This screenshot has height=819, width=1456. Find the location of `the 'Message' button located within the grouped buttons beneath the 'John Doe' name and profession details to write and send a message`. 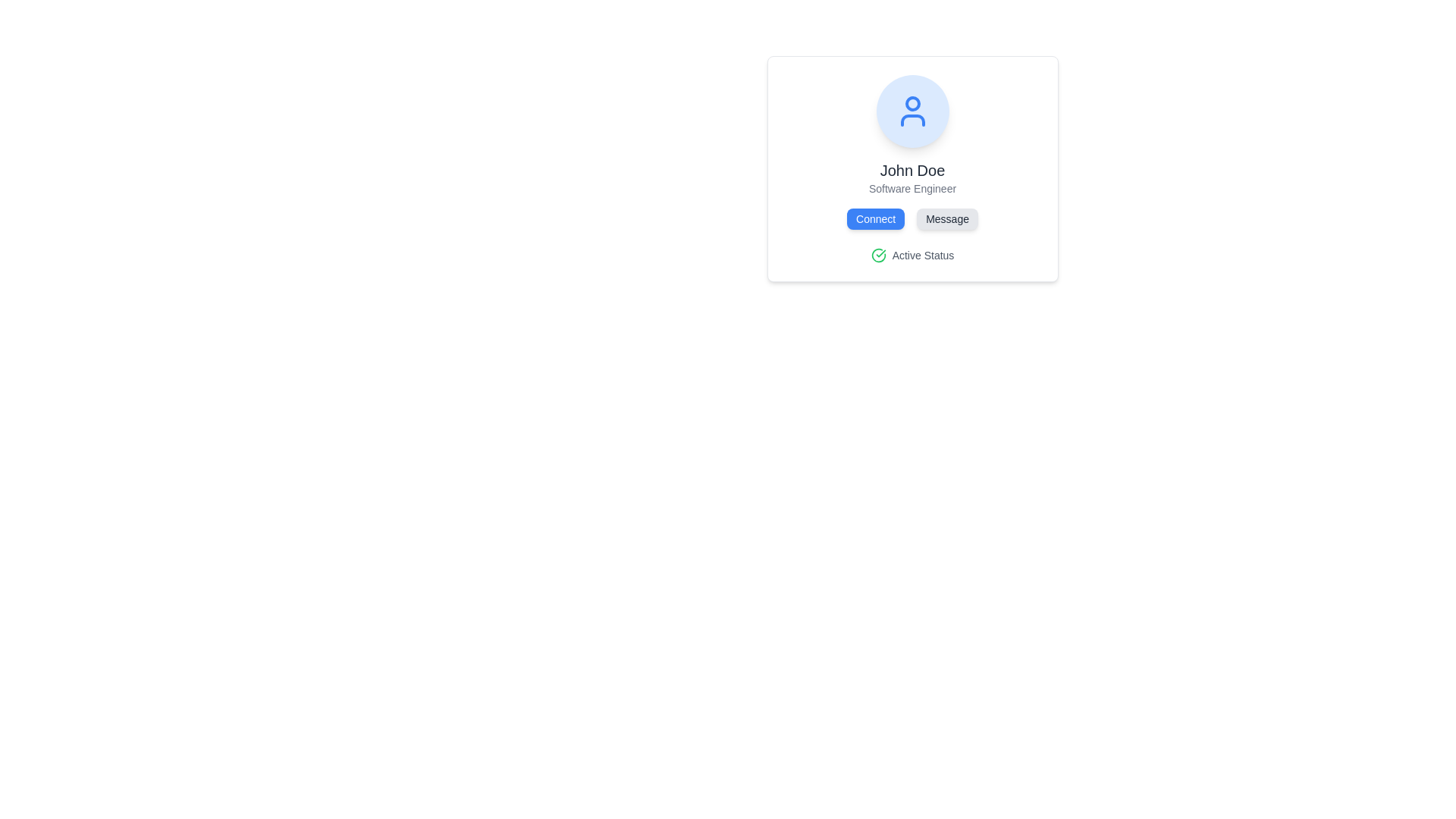

the 'Message' button located within the grouped buttons beneath the 'John Doe' name and profession details to write and send a message is located at coordinates (912, 219).